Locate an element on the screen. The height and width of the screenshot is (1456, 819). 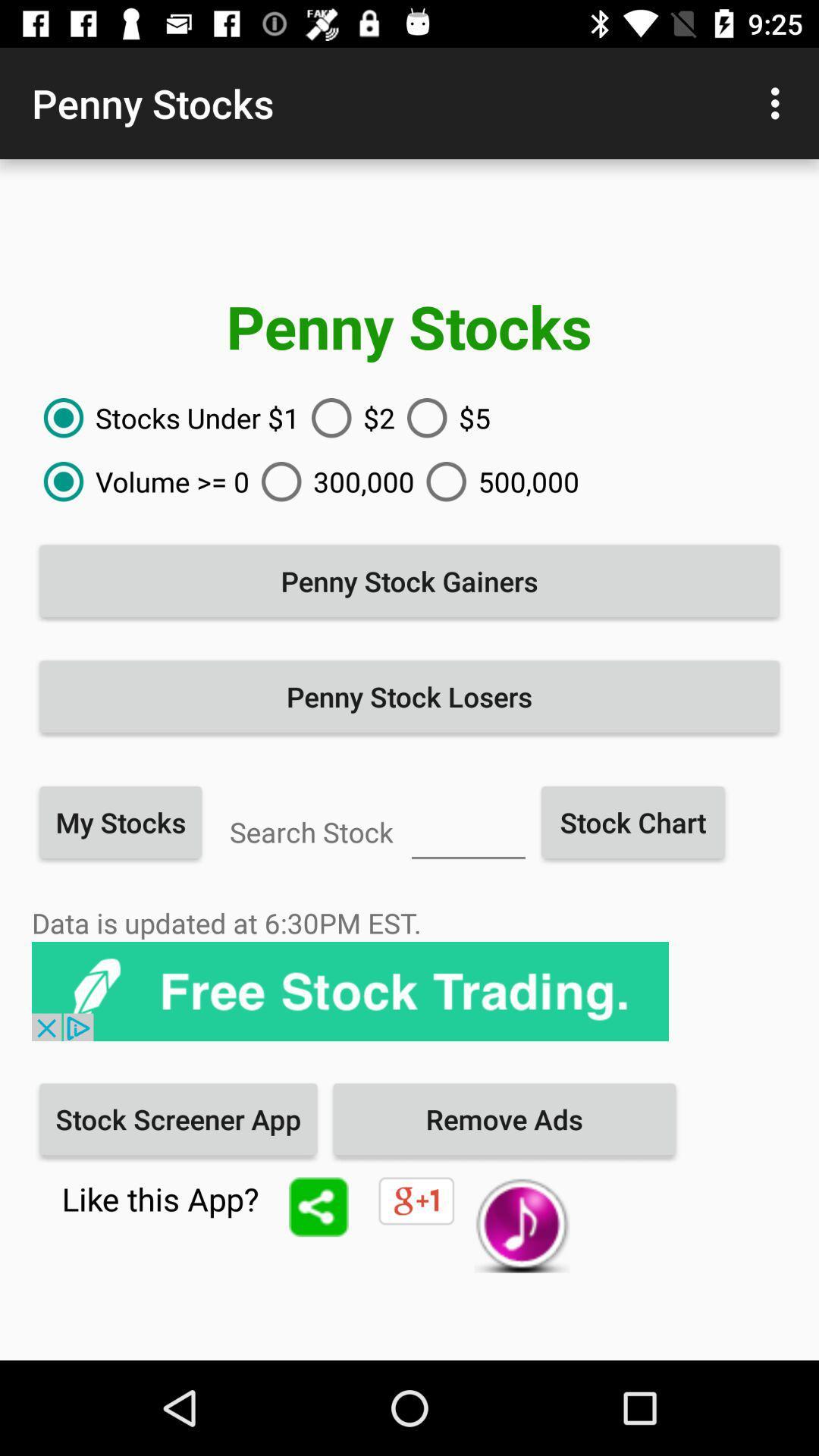
stock search query is located at coordinates (467, 828).